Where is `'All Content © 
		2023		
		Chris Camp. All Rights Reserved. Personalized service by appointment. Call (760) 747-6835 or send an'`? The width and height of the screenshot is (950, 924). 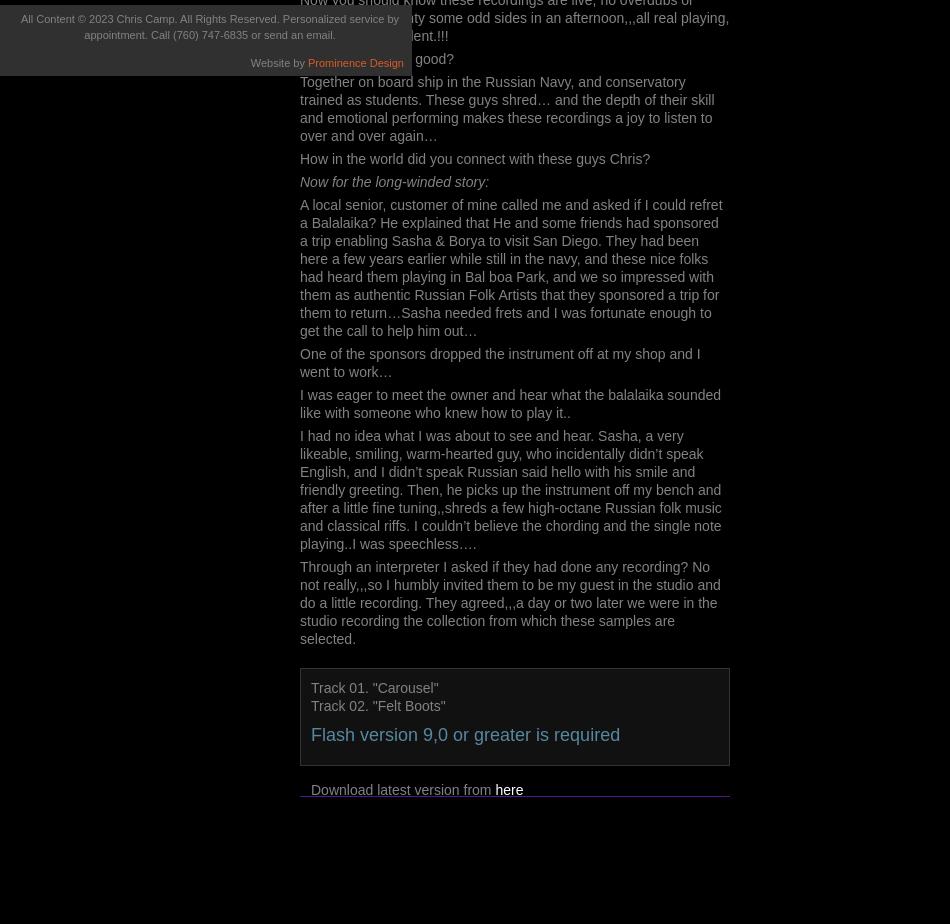
'All Content © 
		2023		
		Chris Camp. All Rights Reserved. Personalized service by appointment. Call (760) 747-6835 or send an' is located at coordinates (210, 26).